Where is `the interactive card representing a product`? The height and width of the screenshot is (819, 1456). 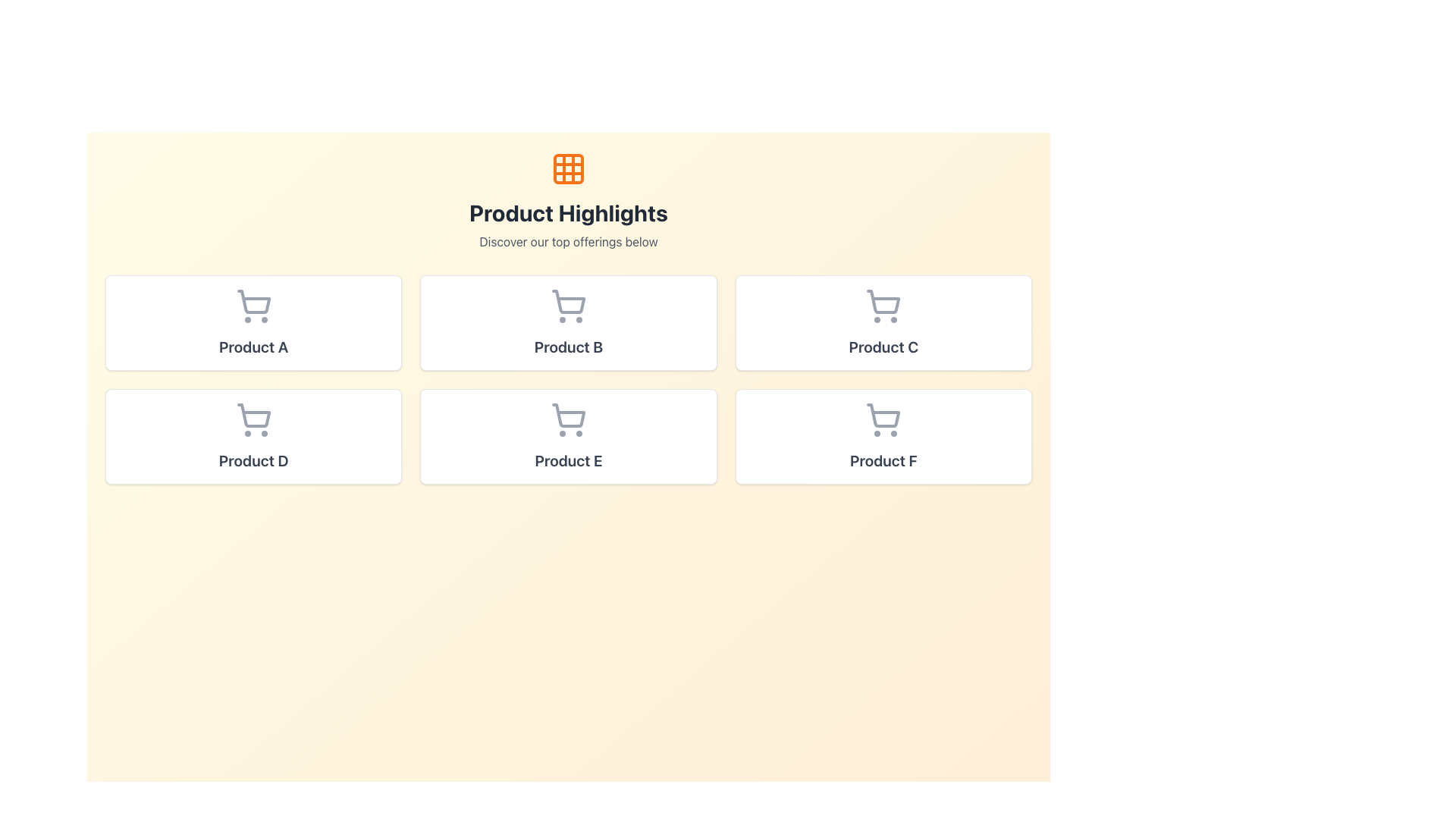 the interactive card representing a product is located at coordinates (883, 322).